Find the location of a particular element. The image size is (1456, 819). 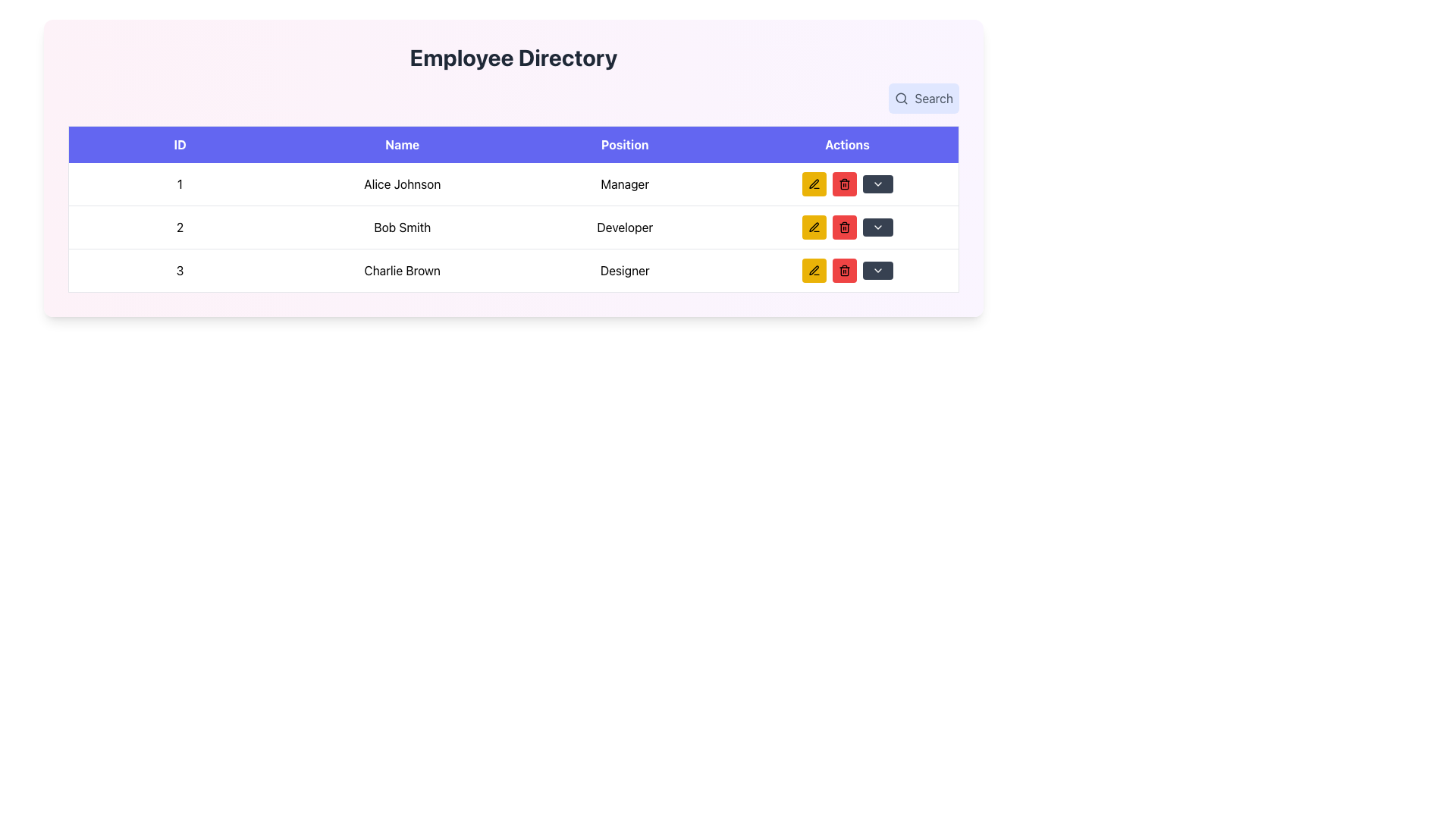

the 'Edit' icon located inside the yellow square button in the Actions column of the second row of the employee directory table for developer 'Bob Smith' is located at coordinates (813, 227).